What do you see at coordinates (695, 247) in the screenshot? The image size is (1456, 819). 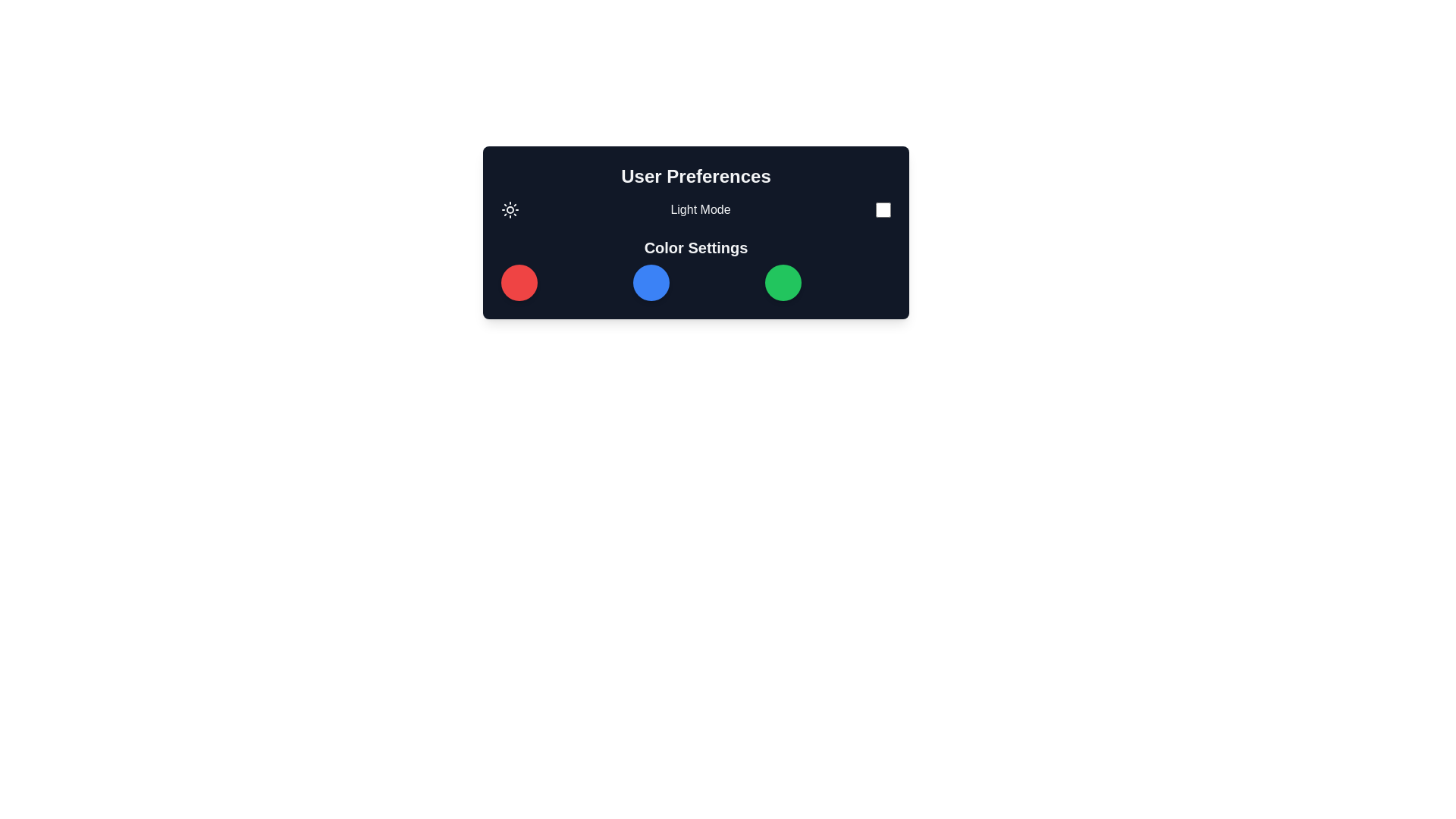 I see `the text label that serves as a title for the color settings section, which is centrally located above the color selection buttons` at bounding box center [695, 247].